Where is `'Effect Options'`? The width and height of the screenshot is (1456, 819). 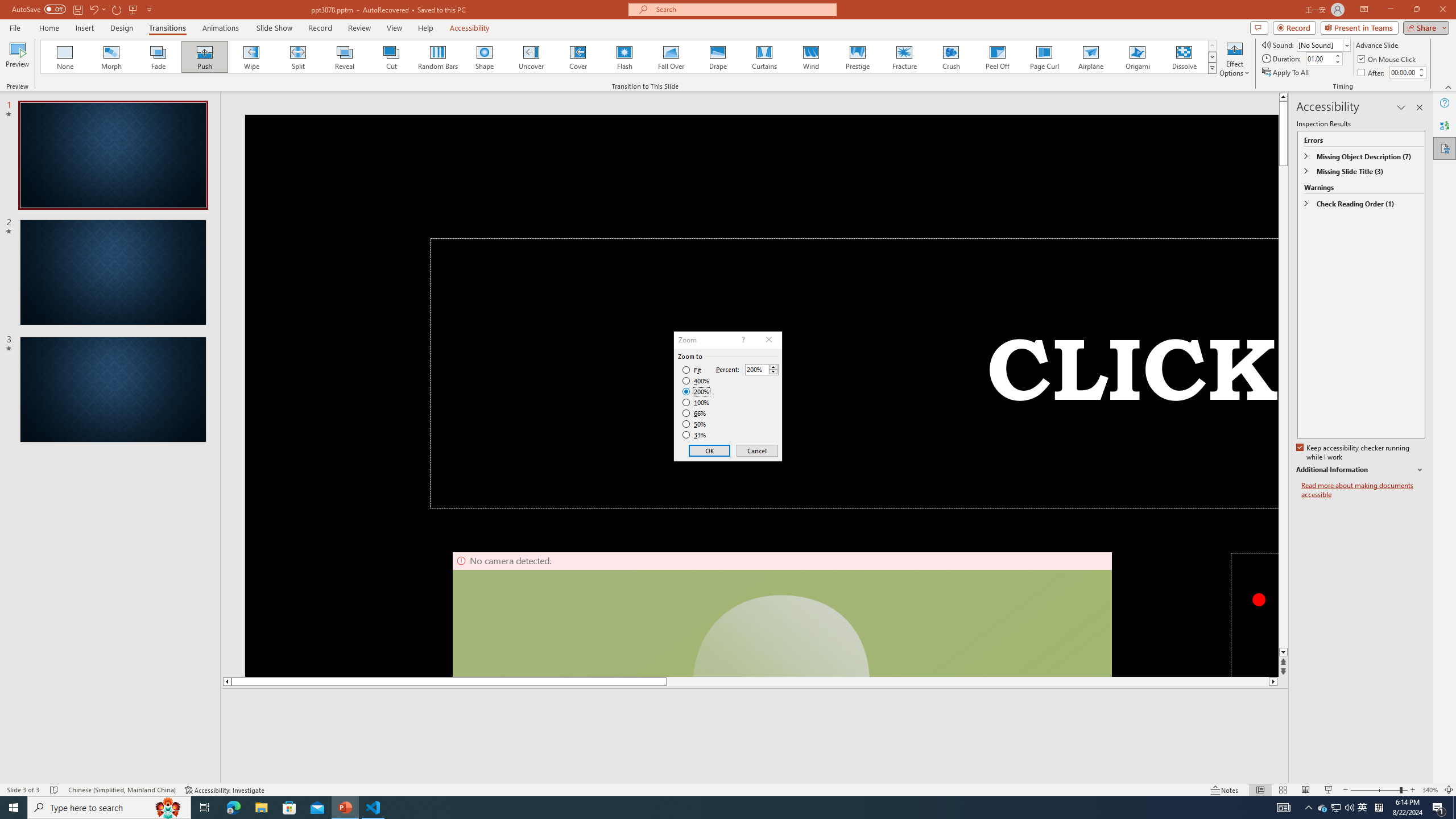
'Effect Options' is located at coordinates (1234, 59).